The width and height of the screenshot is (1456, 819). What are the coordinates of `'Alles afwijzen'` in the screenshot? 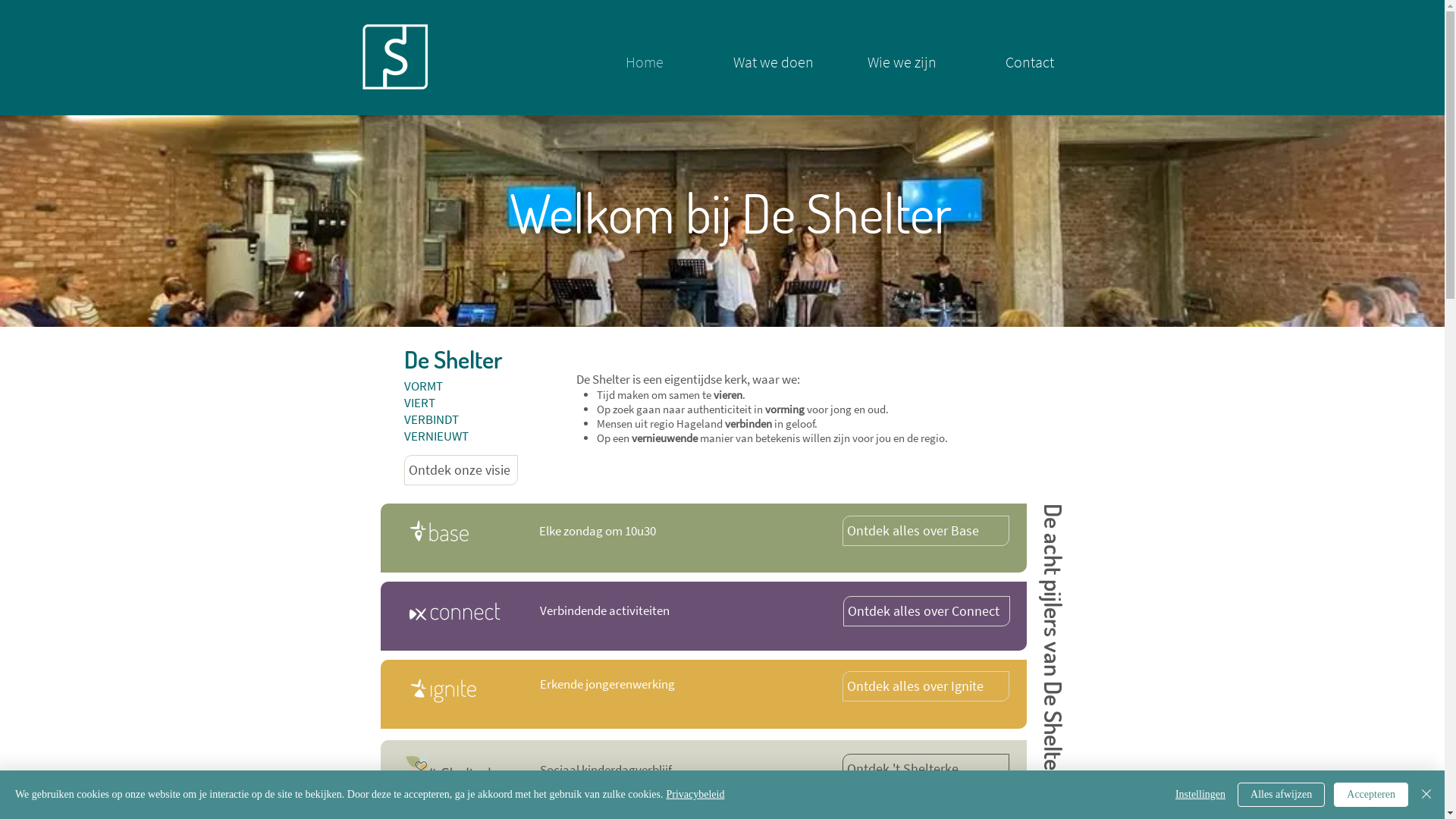 It's located at (1280, 794).